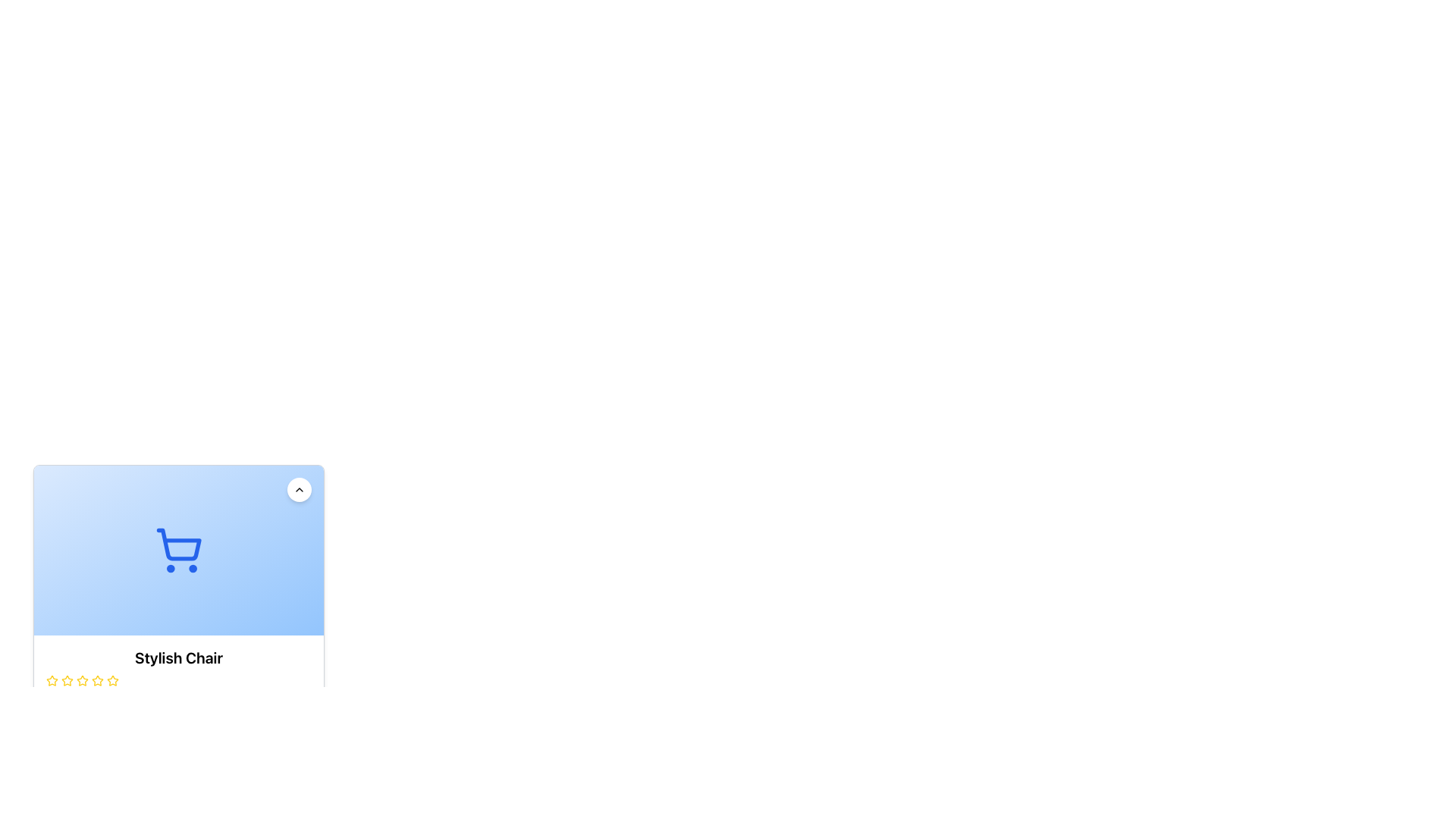 The image size is (1456, 819). Describe the element at coordinates (82, 679) in the screenshot. I see `the second star from the left to rate the product 'Stylish Chair'` at that location.